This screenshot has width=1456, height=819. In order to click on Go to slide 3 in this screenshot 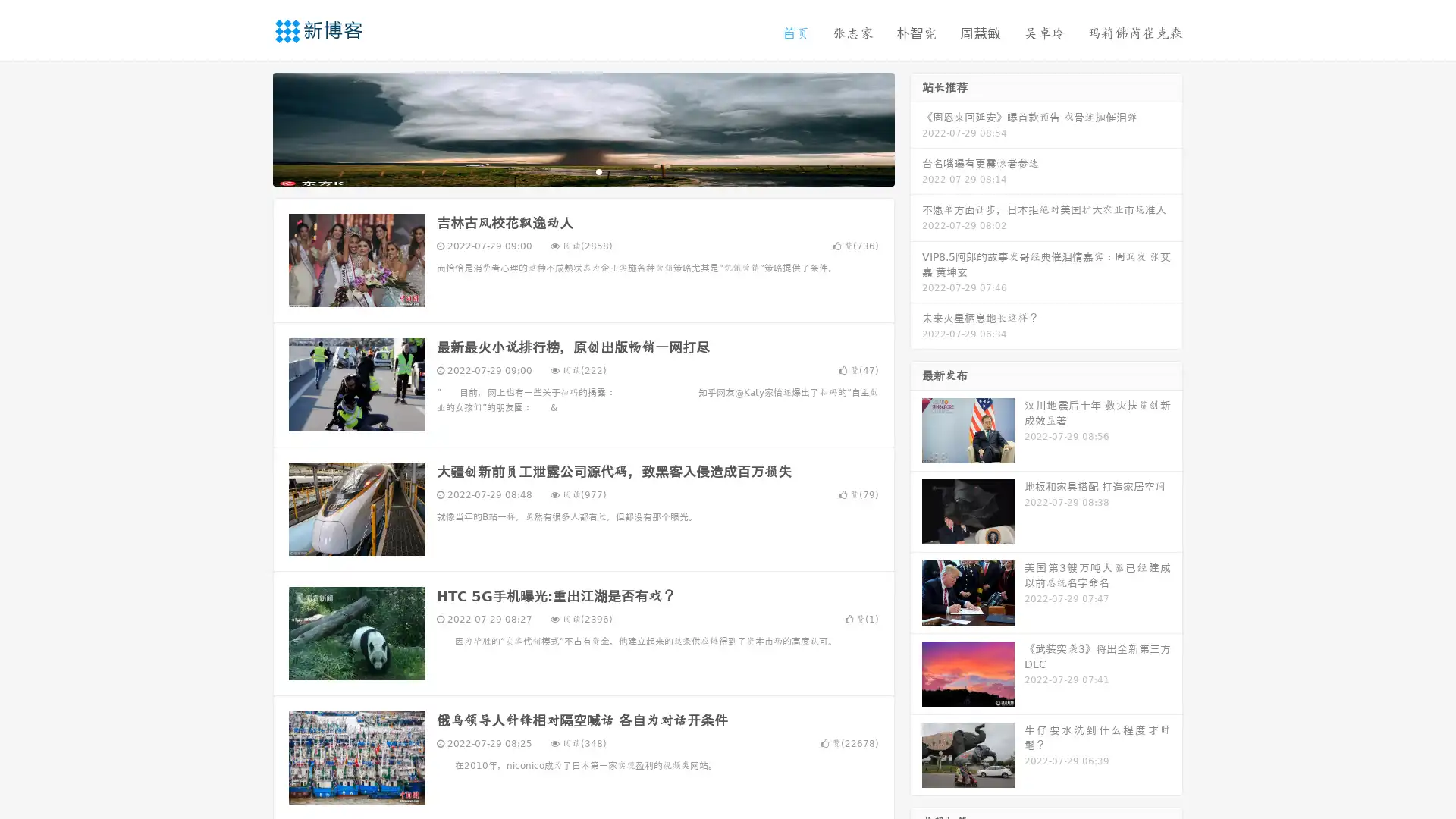, I will do `click(598, 171)`.